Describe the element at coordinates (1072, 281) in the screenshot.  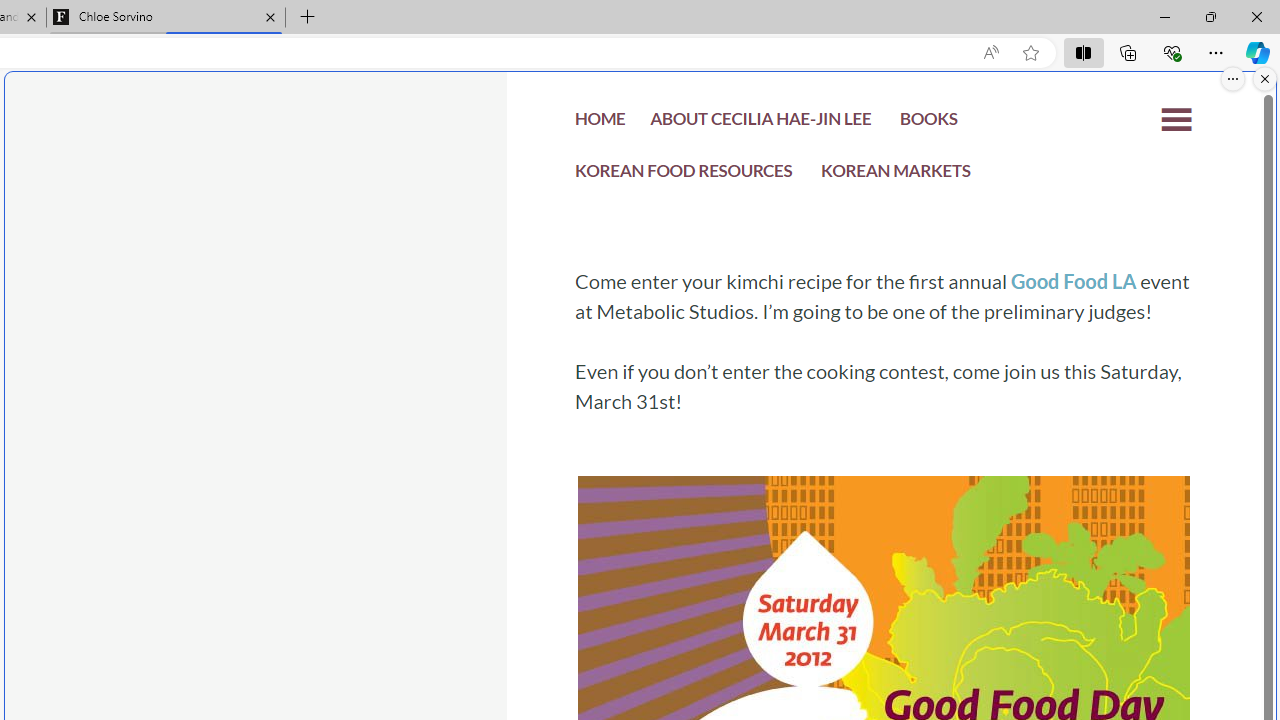
I see `'Good Food LA'` at that location.